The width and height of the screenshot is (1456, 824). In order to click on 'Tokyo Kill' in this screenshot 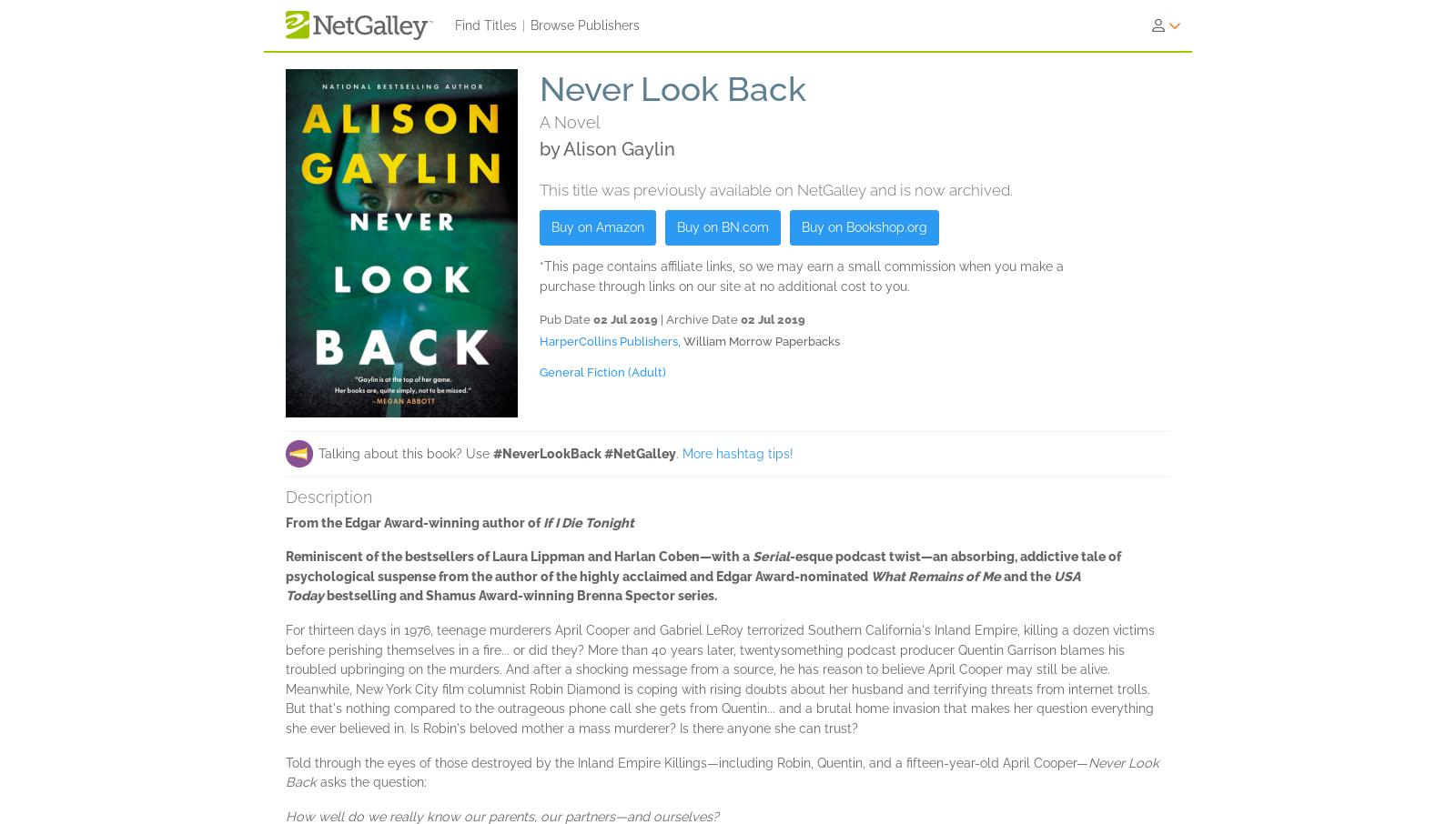, I will do `click(982, 616)`.